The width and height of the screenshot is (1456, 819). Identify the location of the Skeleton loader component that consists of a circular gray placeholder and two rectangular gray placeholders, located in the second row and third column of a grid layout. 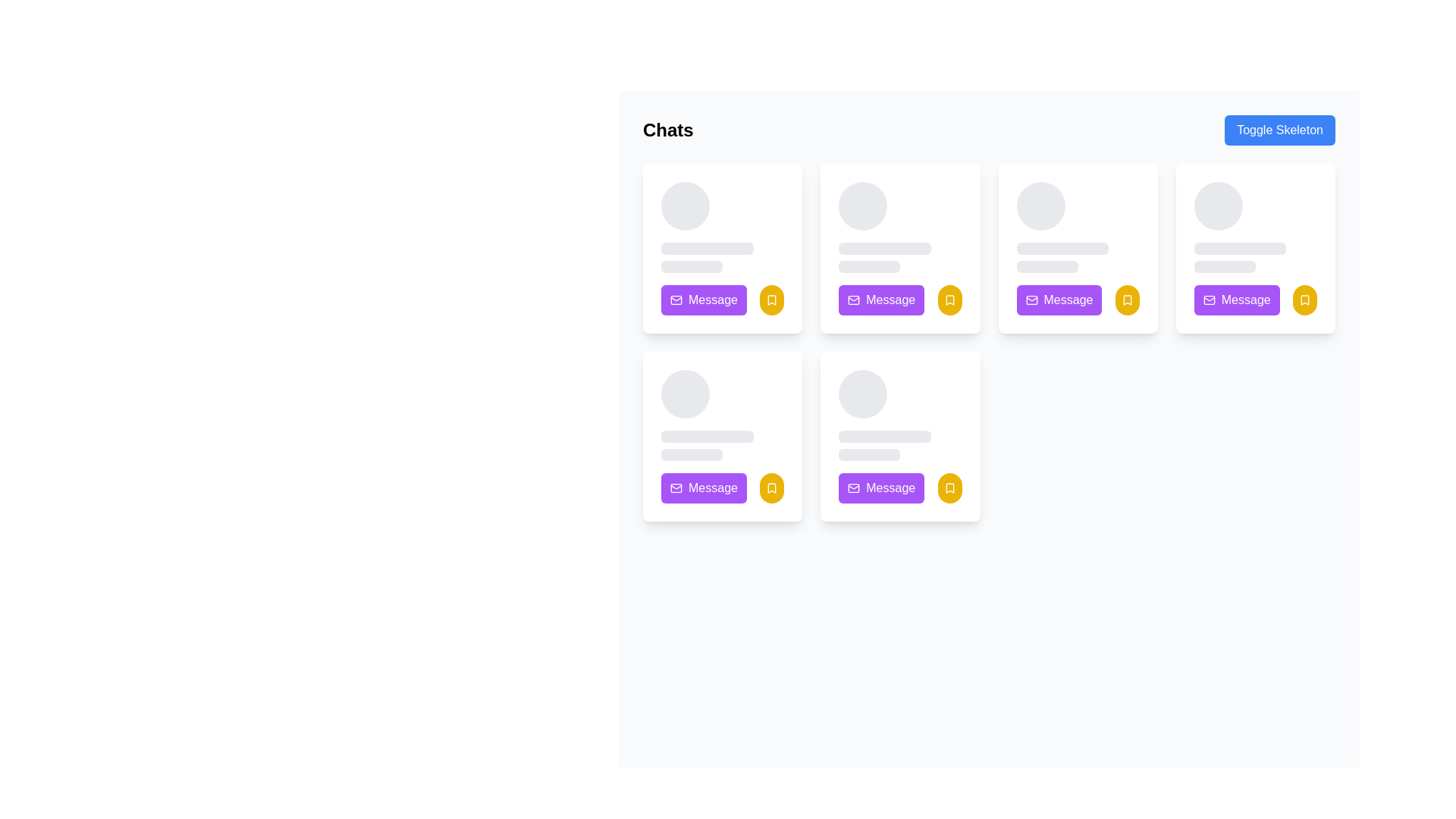
(900, 415).